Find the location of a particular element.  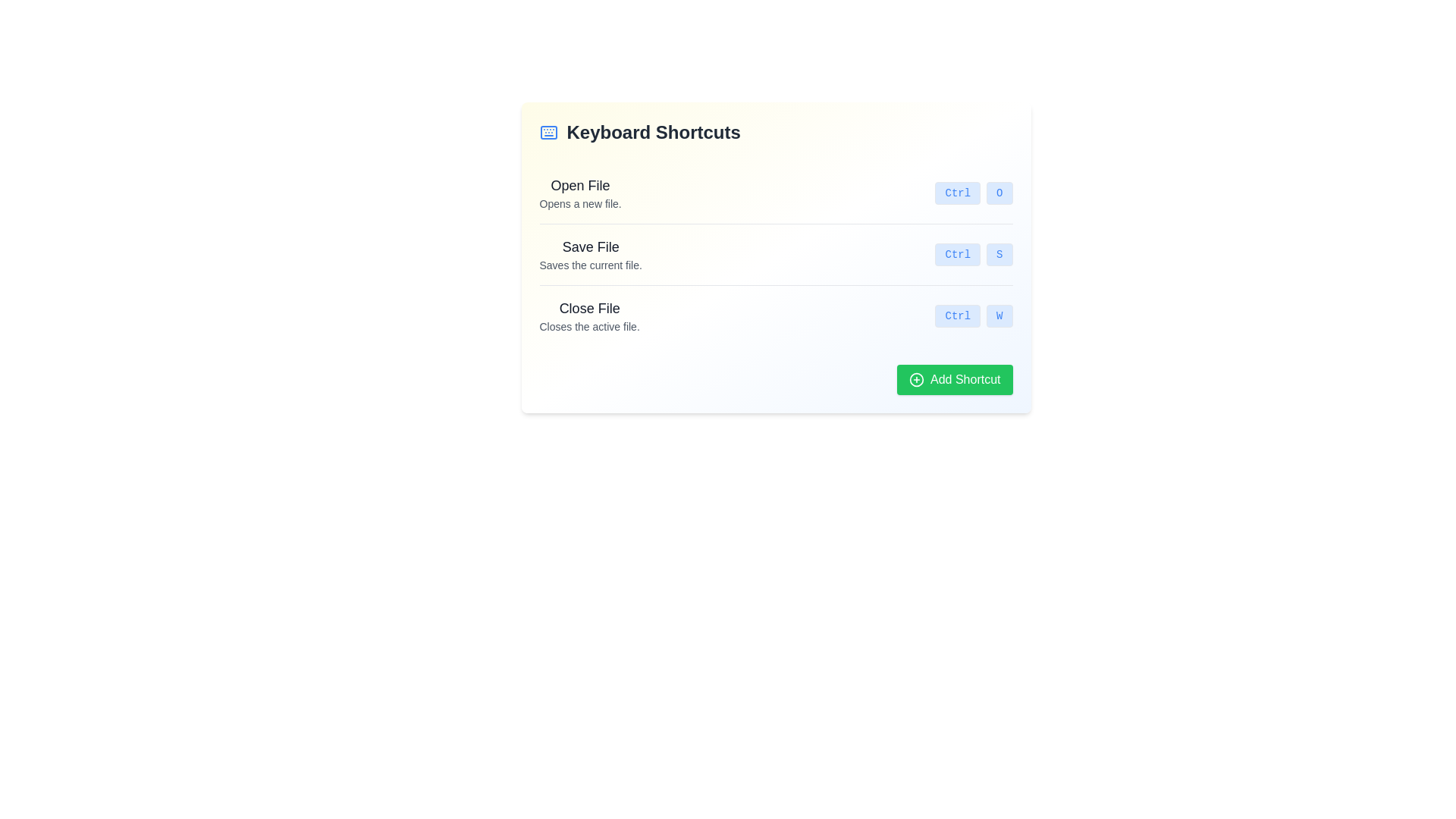

the small gray text label located beneath the 'Close File' label in the settings interface is located at coordinates (588, 326).